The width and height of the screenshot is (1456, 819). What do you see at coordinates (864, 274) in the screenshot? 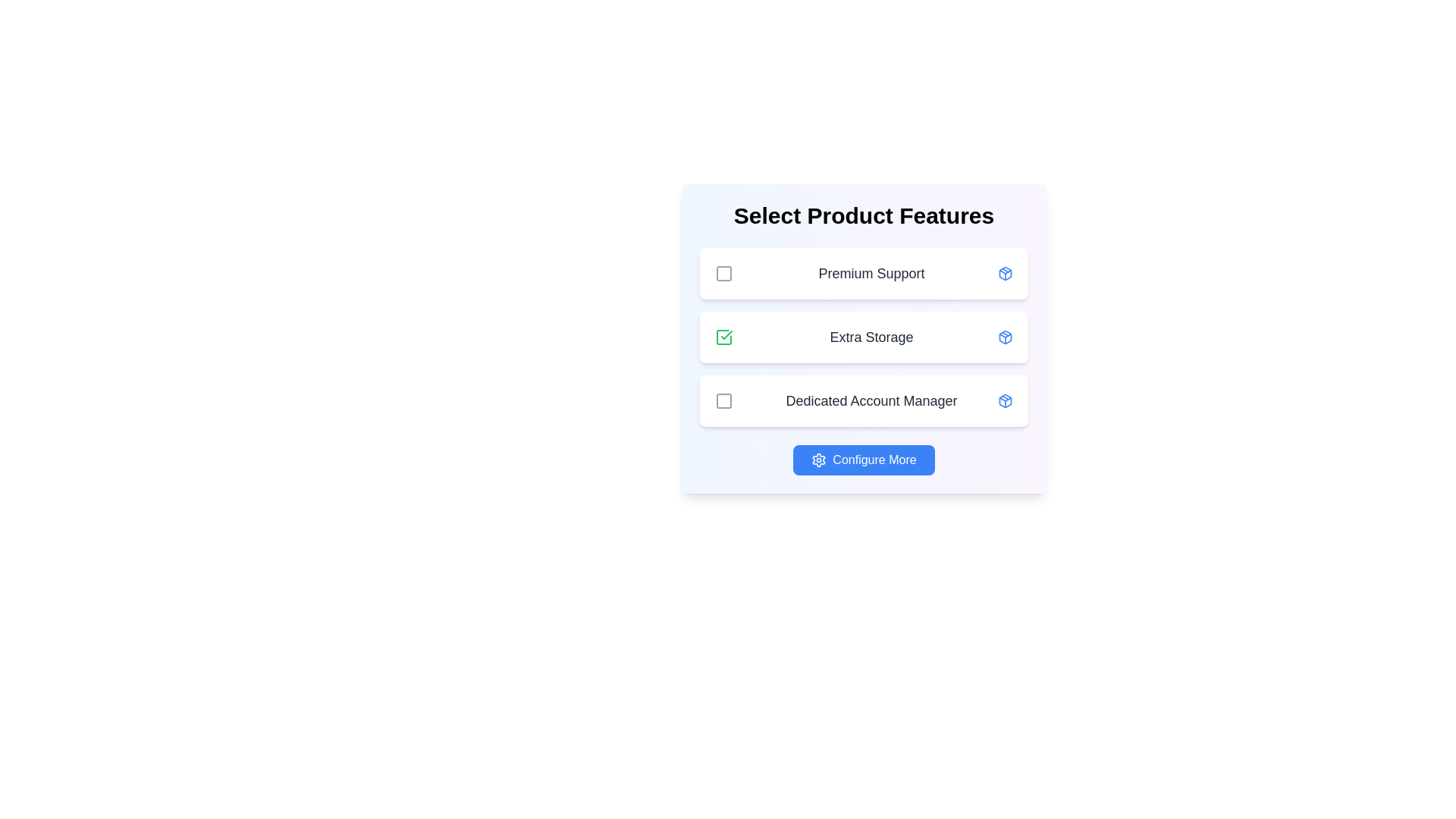
I see `the feature item Premium Support to observe its hover effect` at bounding box center [864, 274].